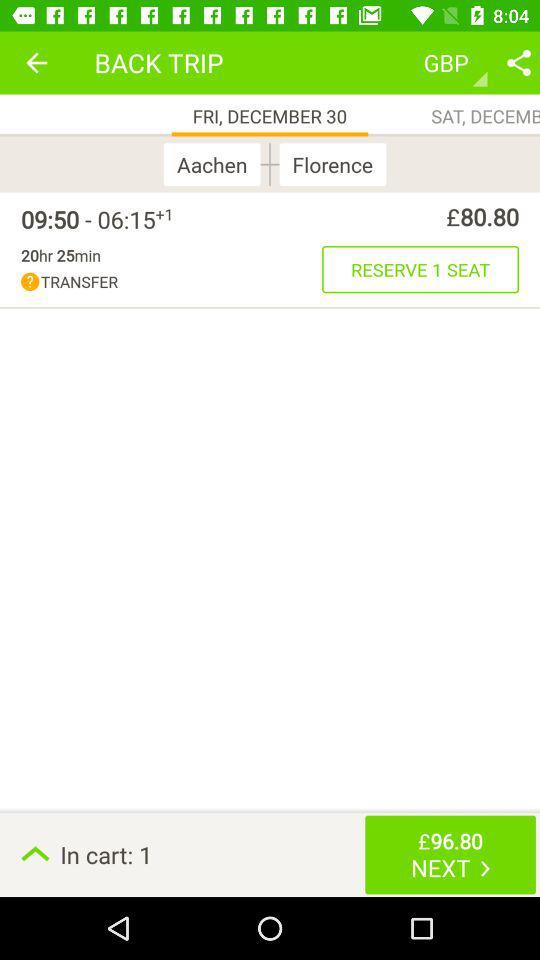 This screenshot has width=540, height=960. Describe the element at coordinates (518, 62) in the screenshot. I see `item above the sat, december 31 item` at that location.